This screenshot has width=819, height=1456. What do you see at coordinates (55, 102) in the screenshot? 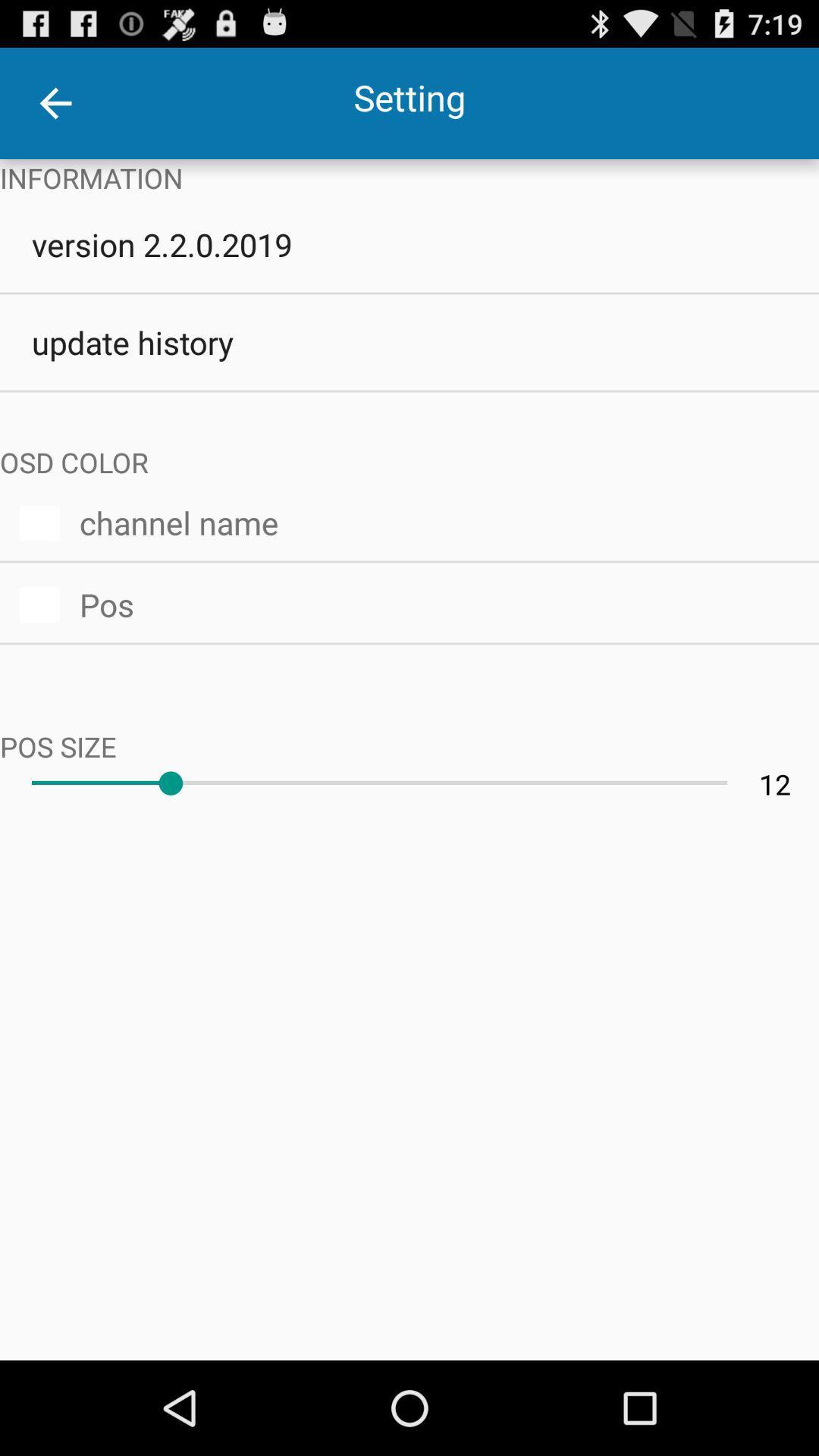
I see `the item to the left of the setting` at bounding box center [55, 102].